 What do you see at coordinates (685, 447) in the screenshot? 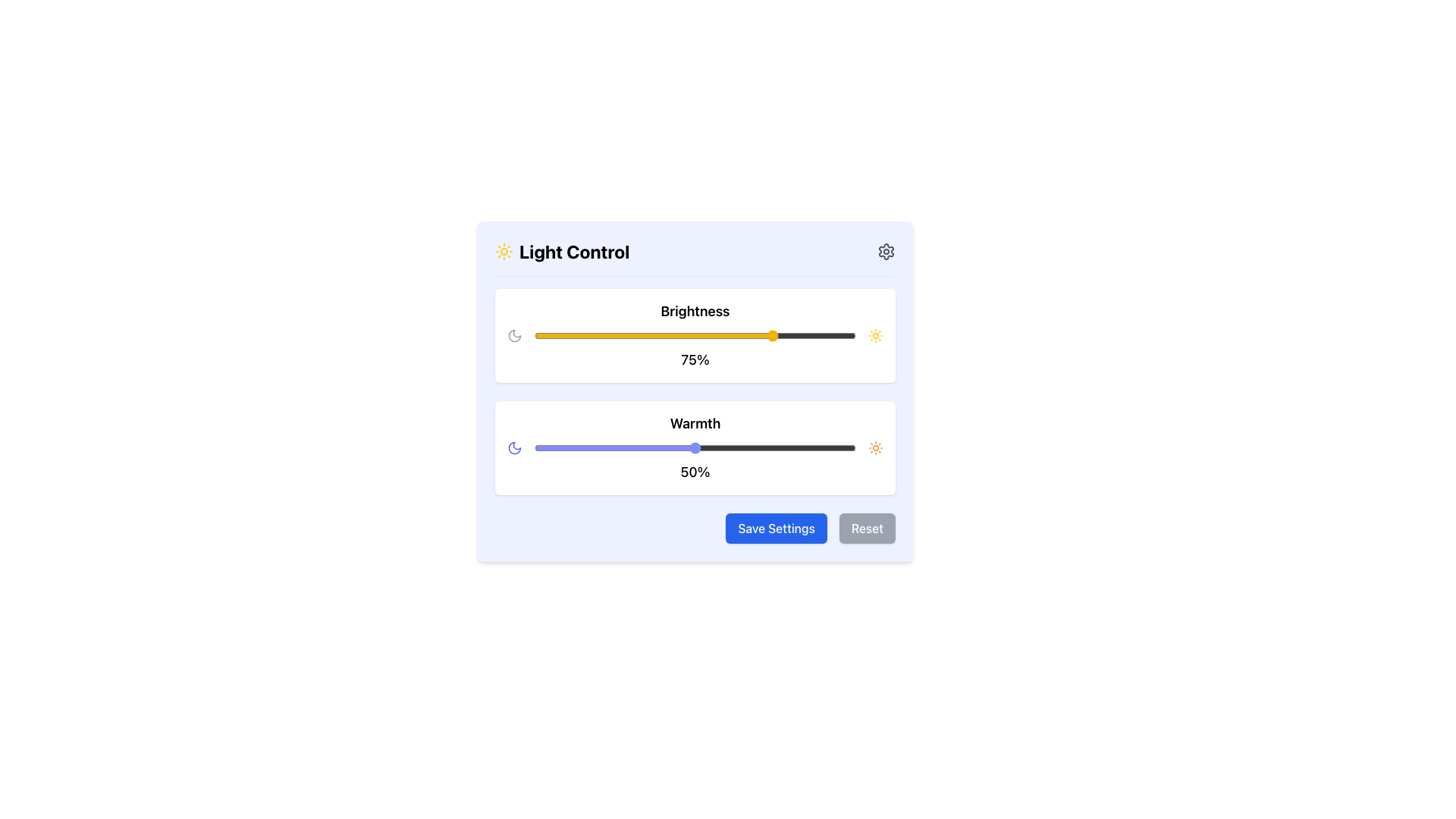
I see `warmth` at bounding box center [685, 447].